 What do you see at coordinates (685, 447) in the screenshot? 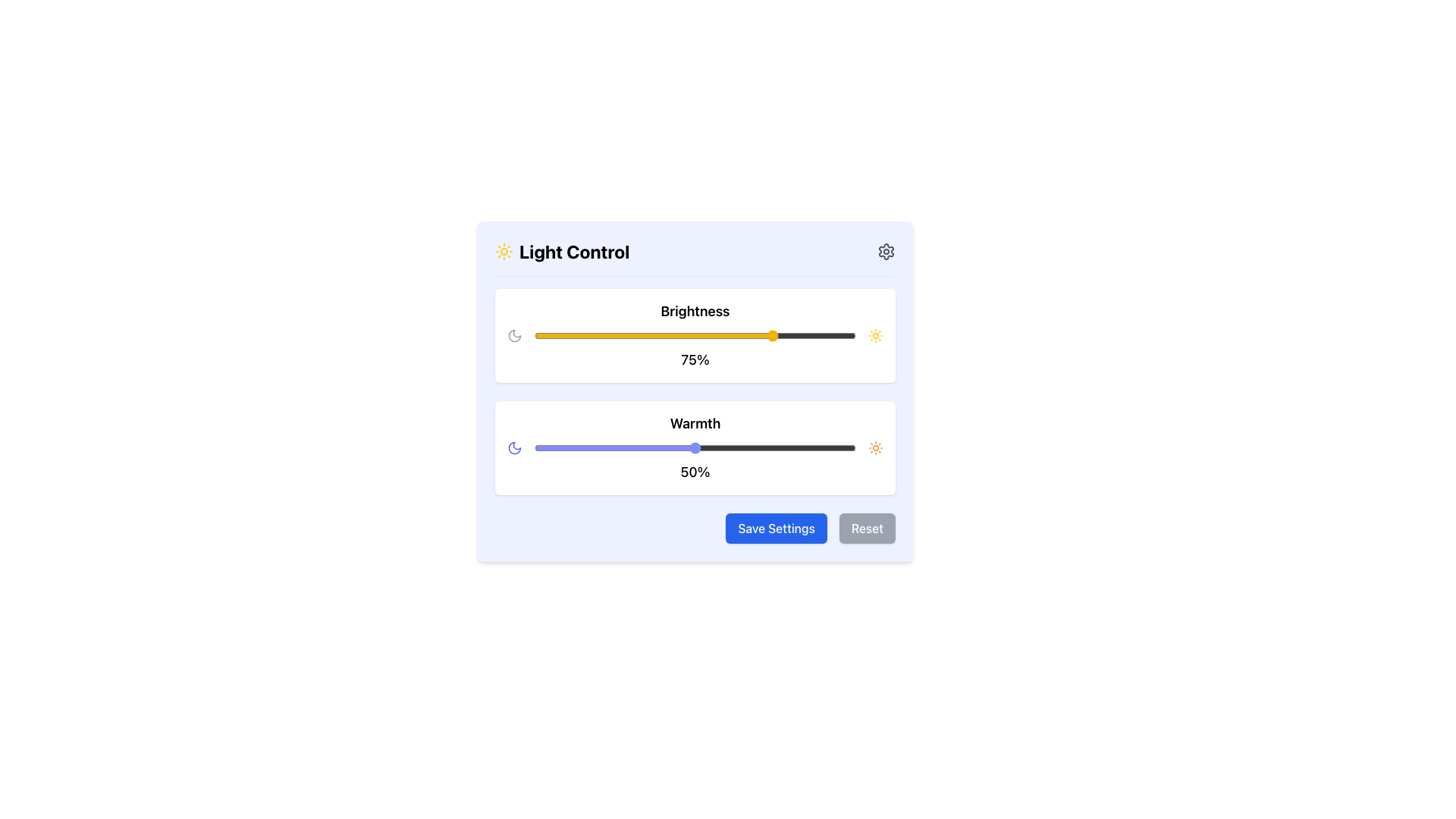
I see `warmth` at bounding box center [685, 447].